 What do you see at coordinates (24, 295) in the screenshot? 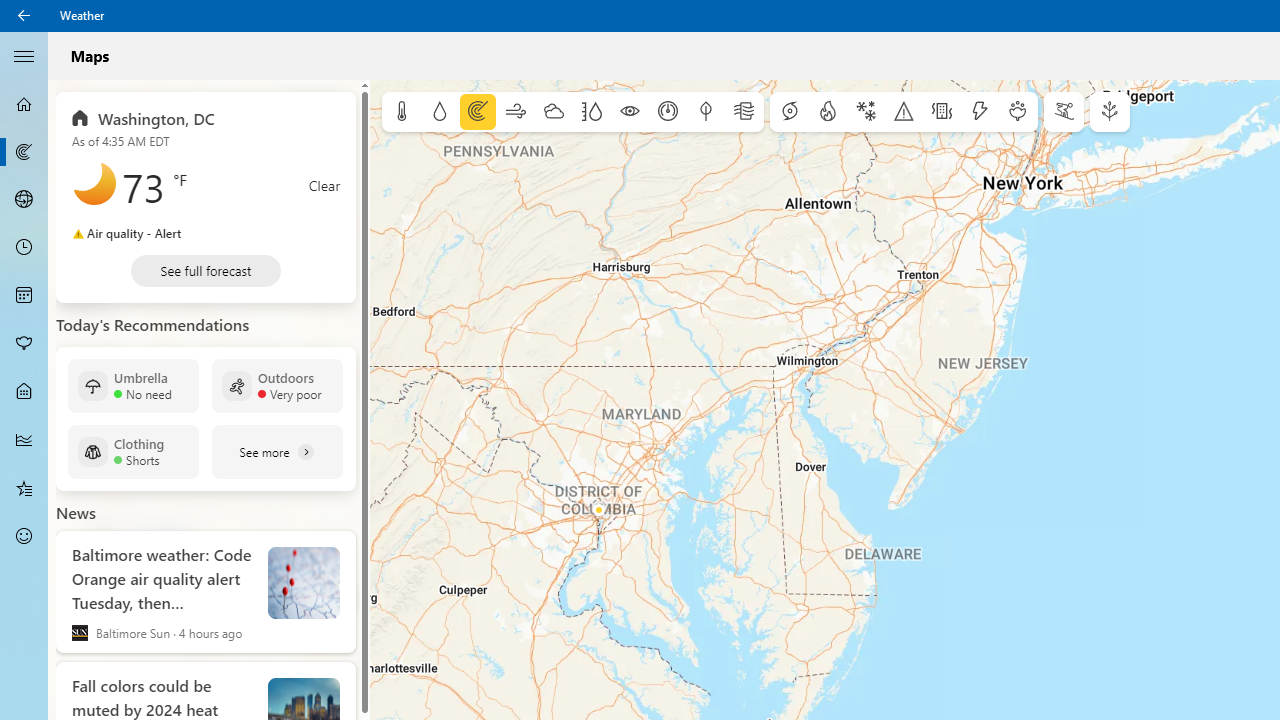
I see `'Monthly Forecast - Not Selected'` at bounding box center [24, 295].